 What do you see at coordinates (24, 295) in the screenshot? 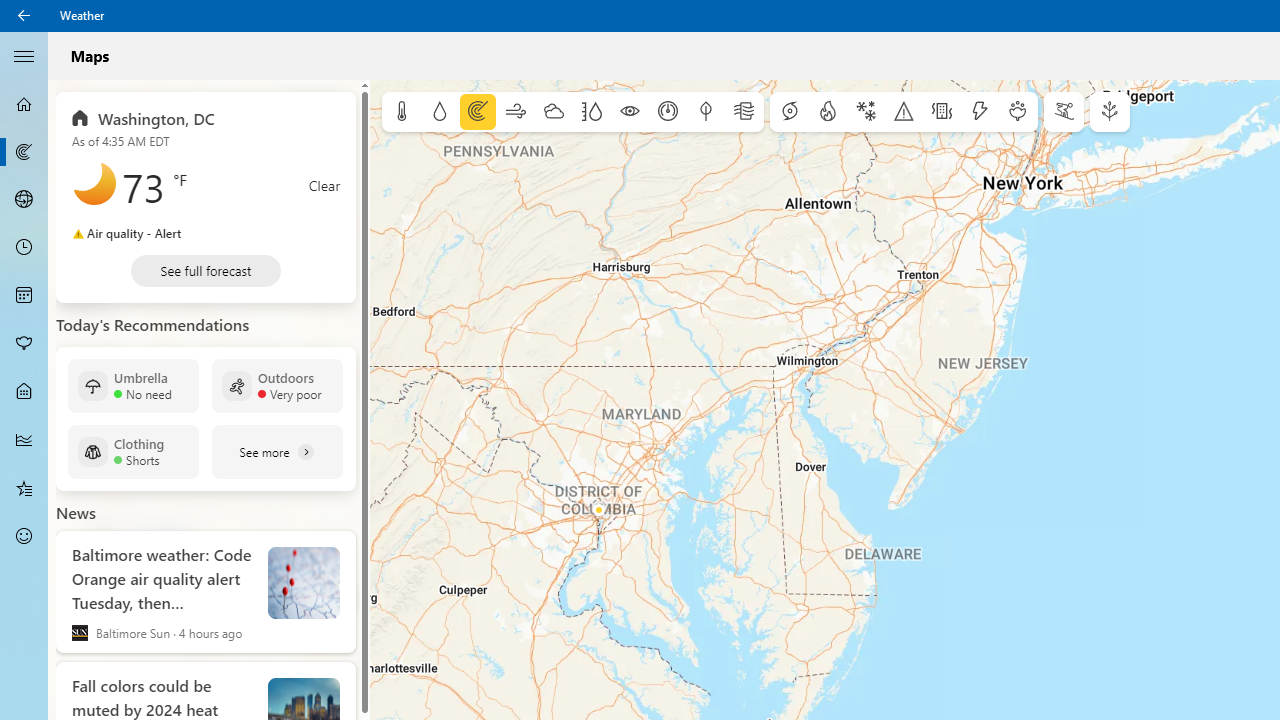
I see `'Monthly Forecast - Not Selected'` at bounding box center [24, 295].